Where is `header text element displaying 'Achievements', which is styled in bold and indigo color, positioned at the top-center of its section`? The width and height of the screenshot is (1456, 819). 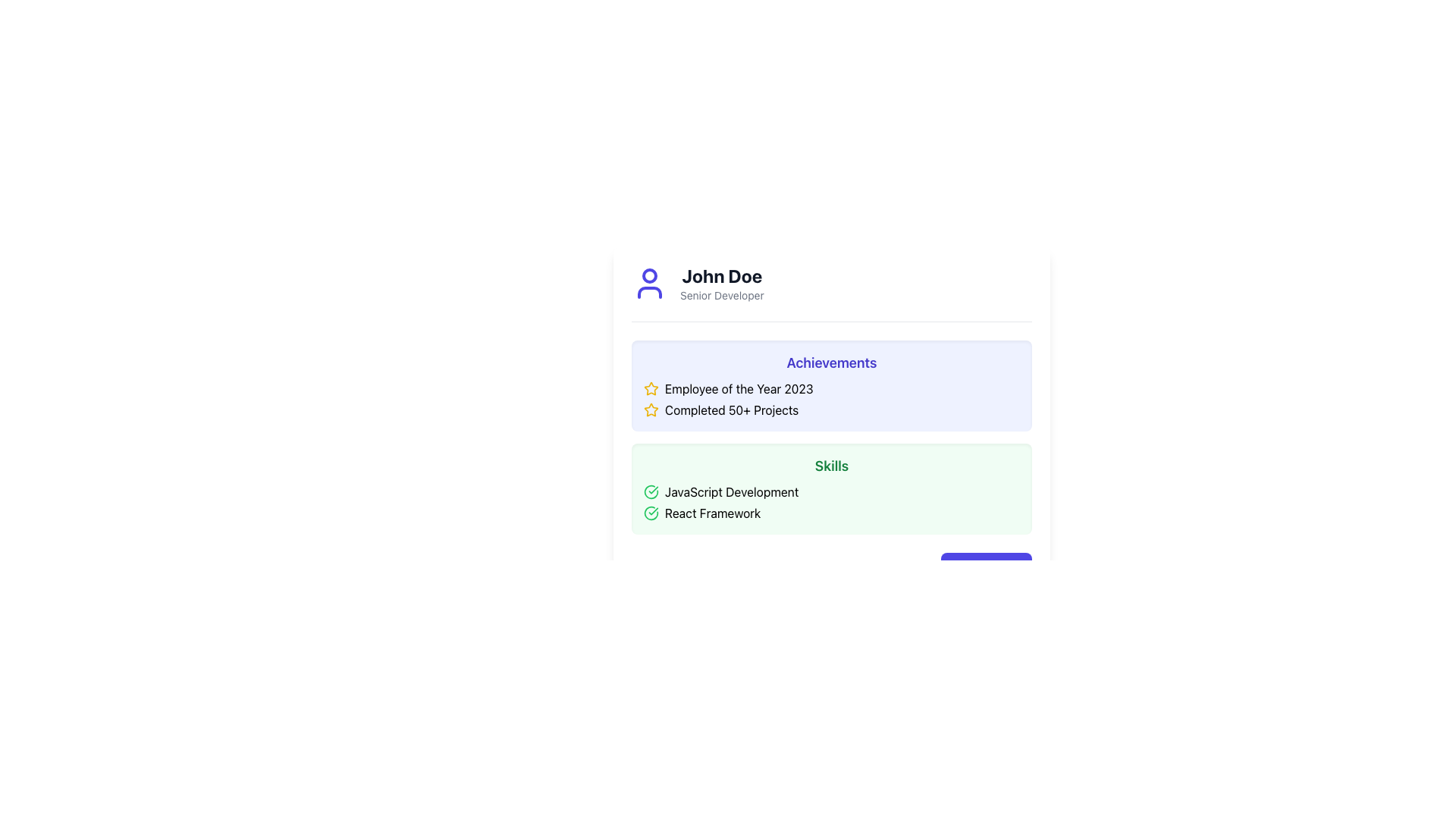
header text element displaying 'Achievements', which is styled in bold and indigo color, positioned at the top-center of its section is located at coordinates (831, 362).